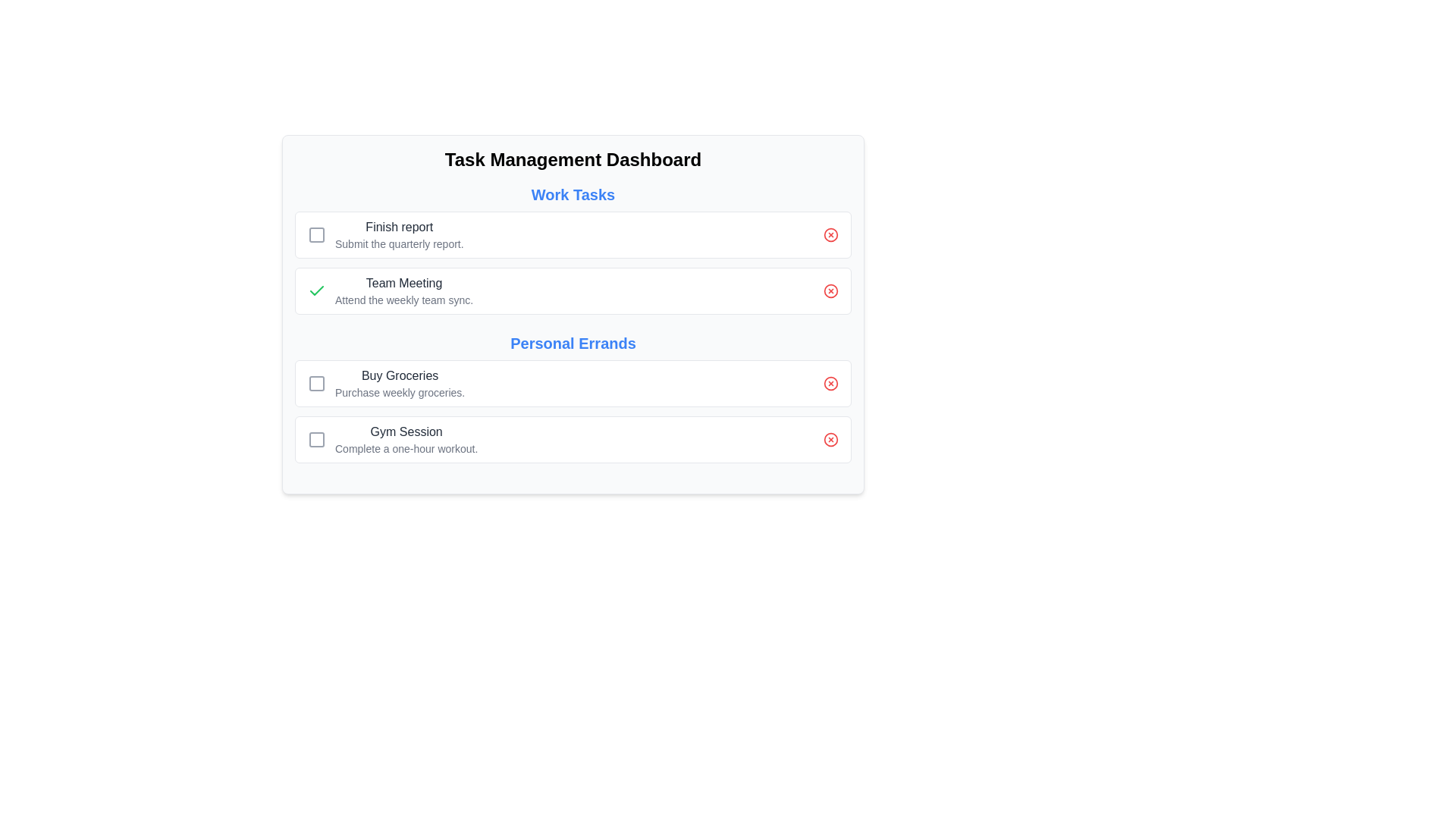  I want to click on the text label 'Personal Errands', which is styled in a large, bold, bright blue font and serves as a heading for the following tasks in the task management dashboard, so click(572, 343).